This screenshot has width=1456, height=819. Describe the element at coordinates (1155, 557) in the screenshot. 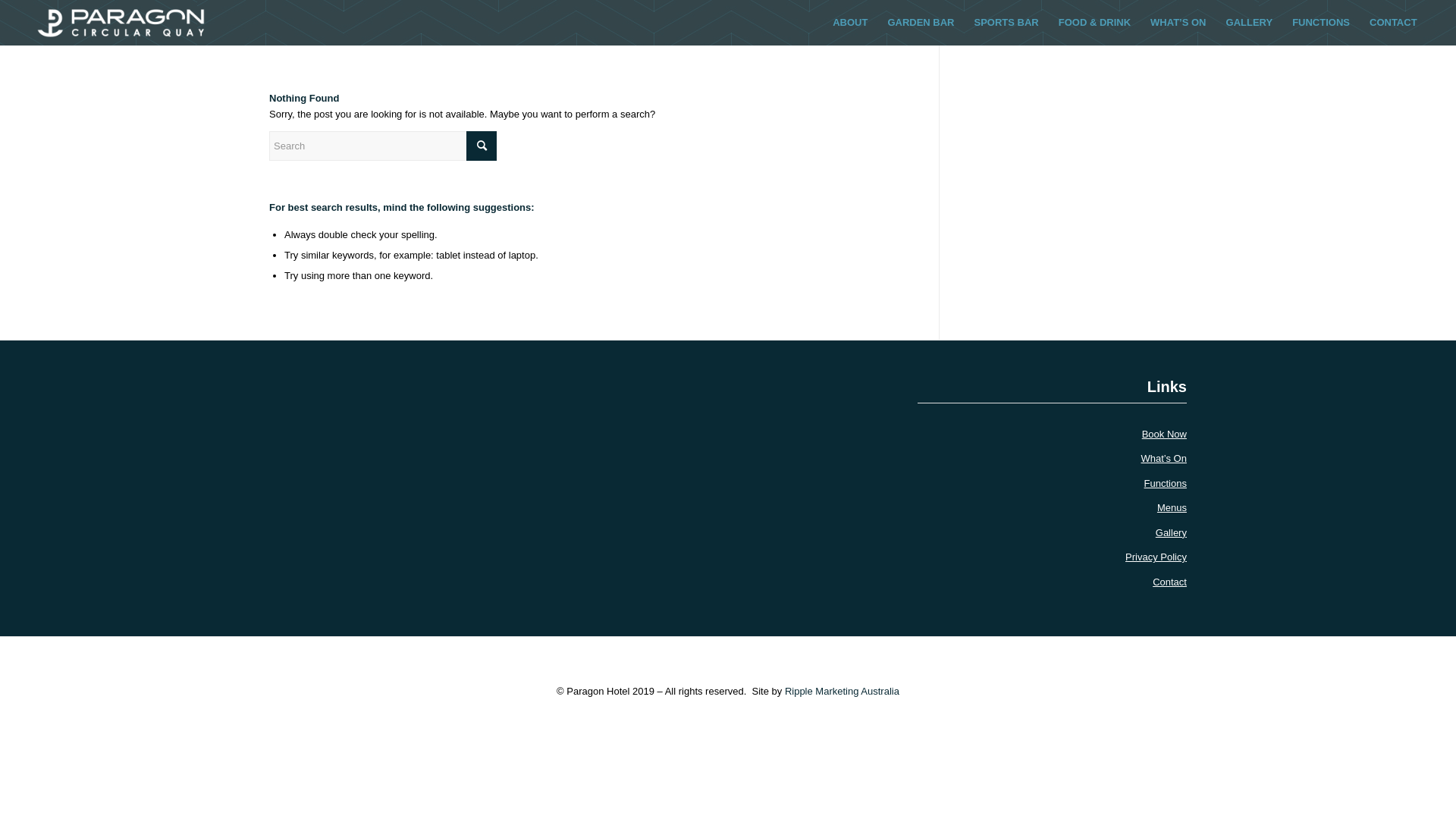

I see `'Privacy Policy'` at that location.